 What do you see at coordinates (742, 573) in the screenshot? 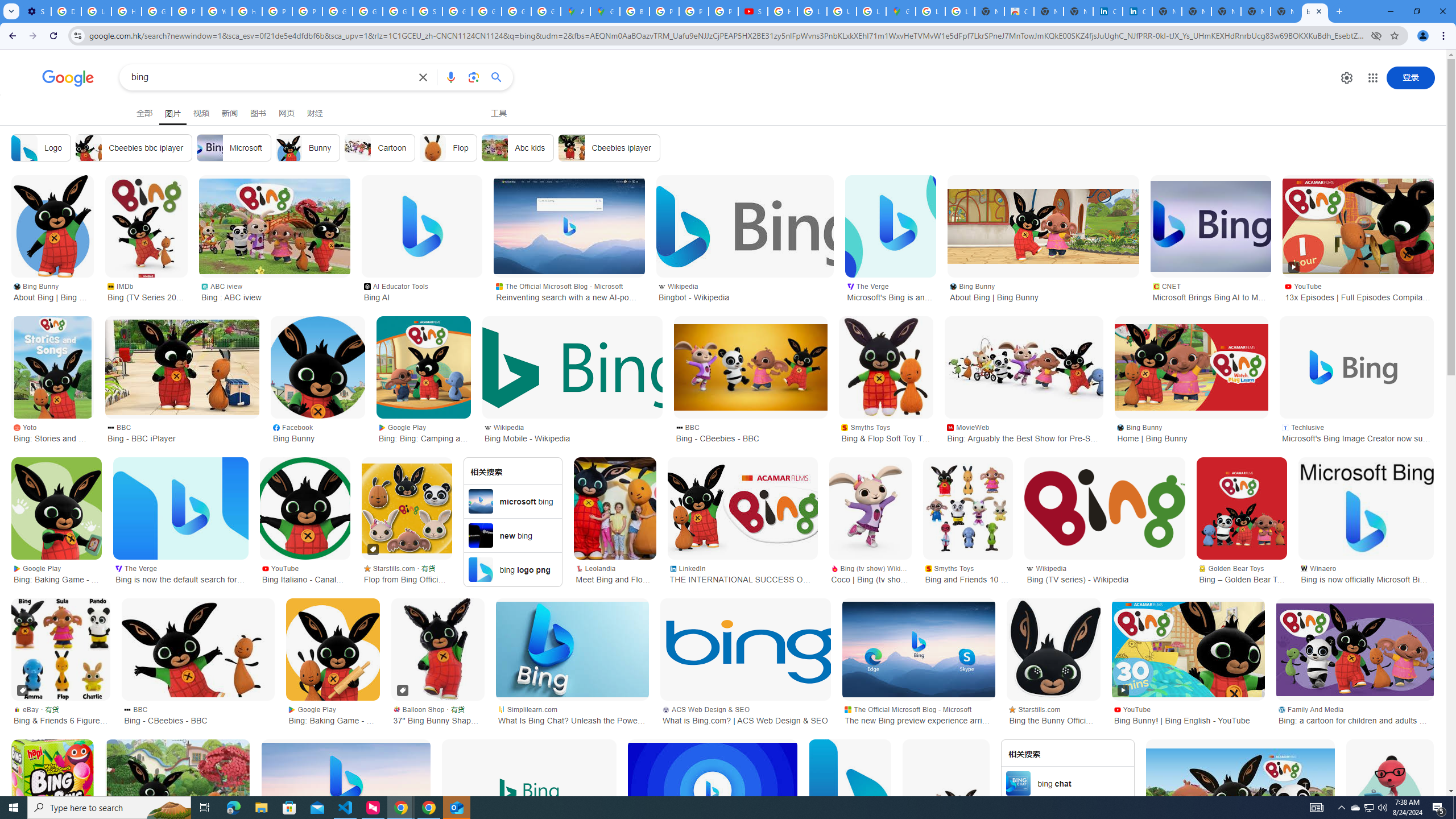
I see `'LinkedIn THE INTERNATIONAL SUCCESS OF BING'` at bounding box center [742, 573].